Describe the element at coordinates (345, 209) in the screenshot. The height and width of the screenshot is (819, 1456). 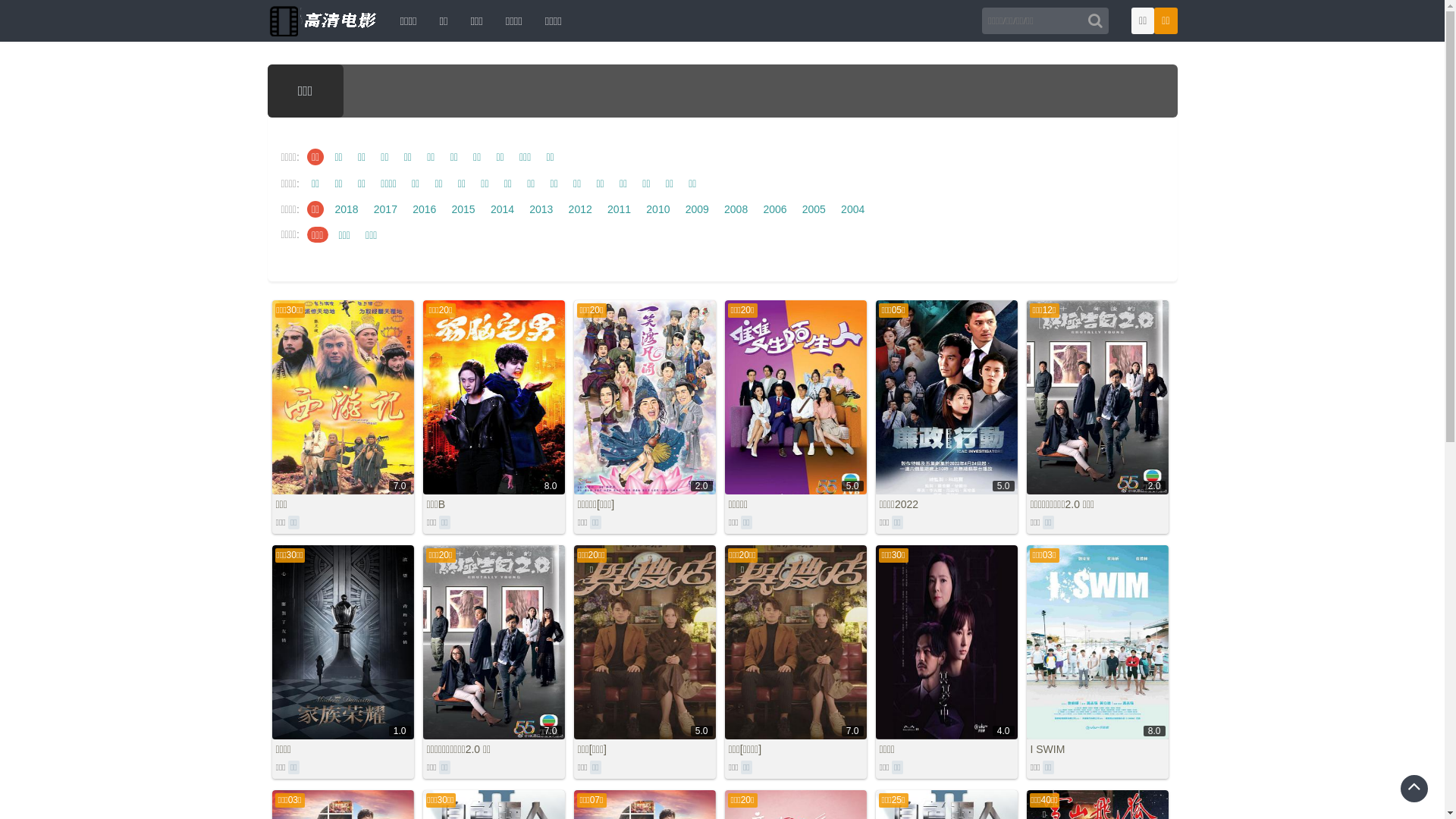
I see `'2018'` at that location.